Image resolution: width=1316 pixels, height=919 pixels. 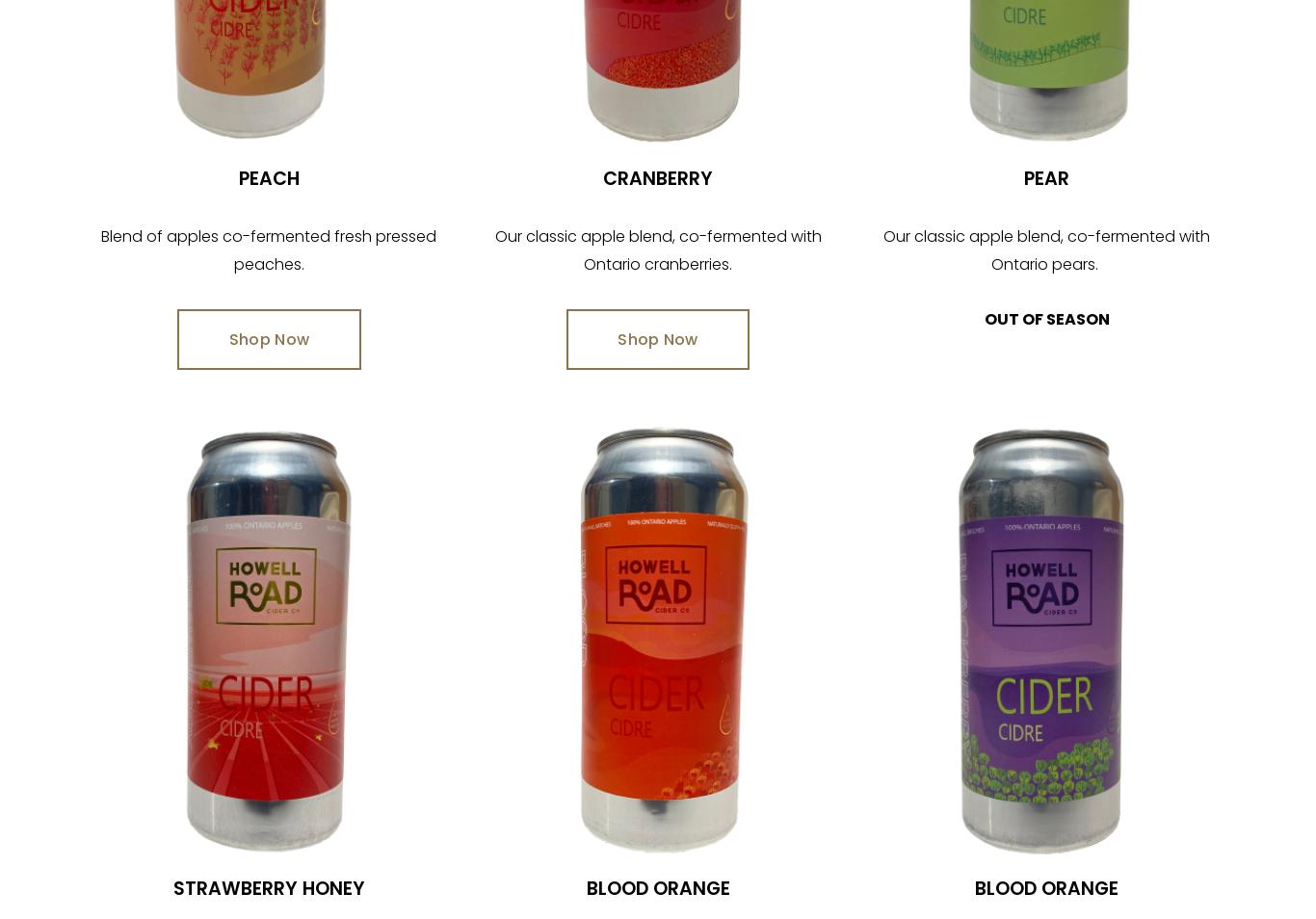 What do you see at coordinates (1044, 319) in the screenshot?
I see `'OUT OF SEASON'` at bounding box center [1044, 319].